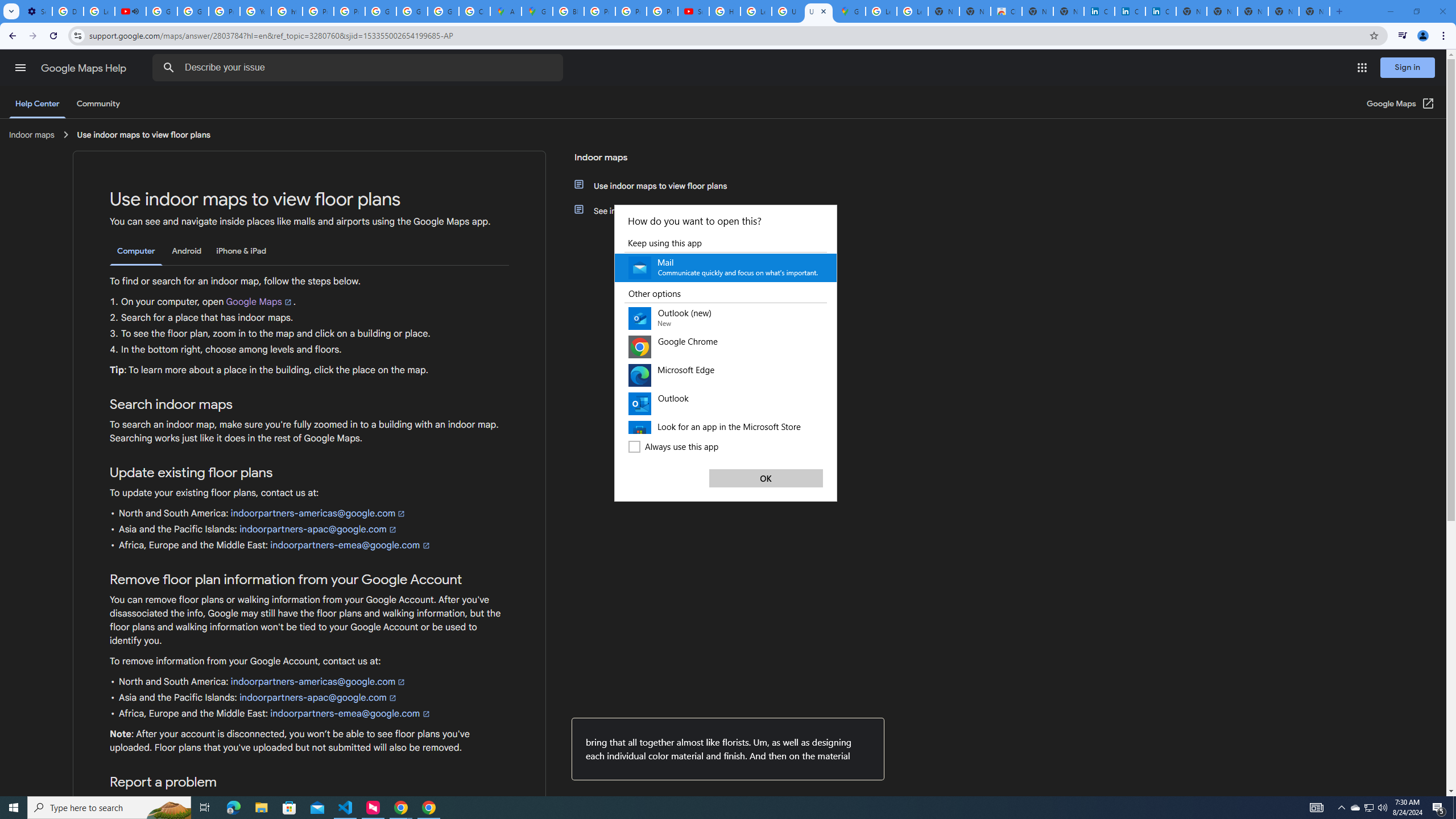  I want to click on 'Cookie Policy | LinkedIn', so click(1129, 11).